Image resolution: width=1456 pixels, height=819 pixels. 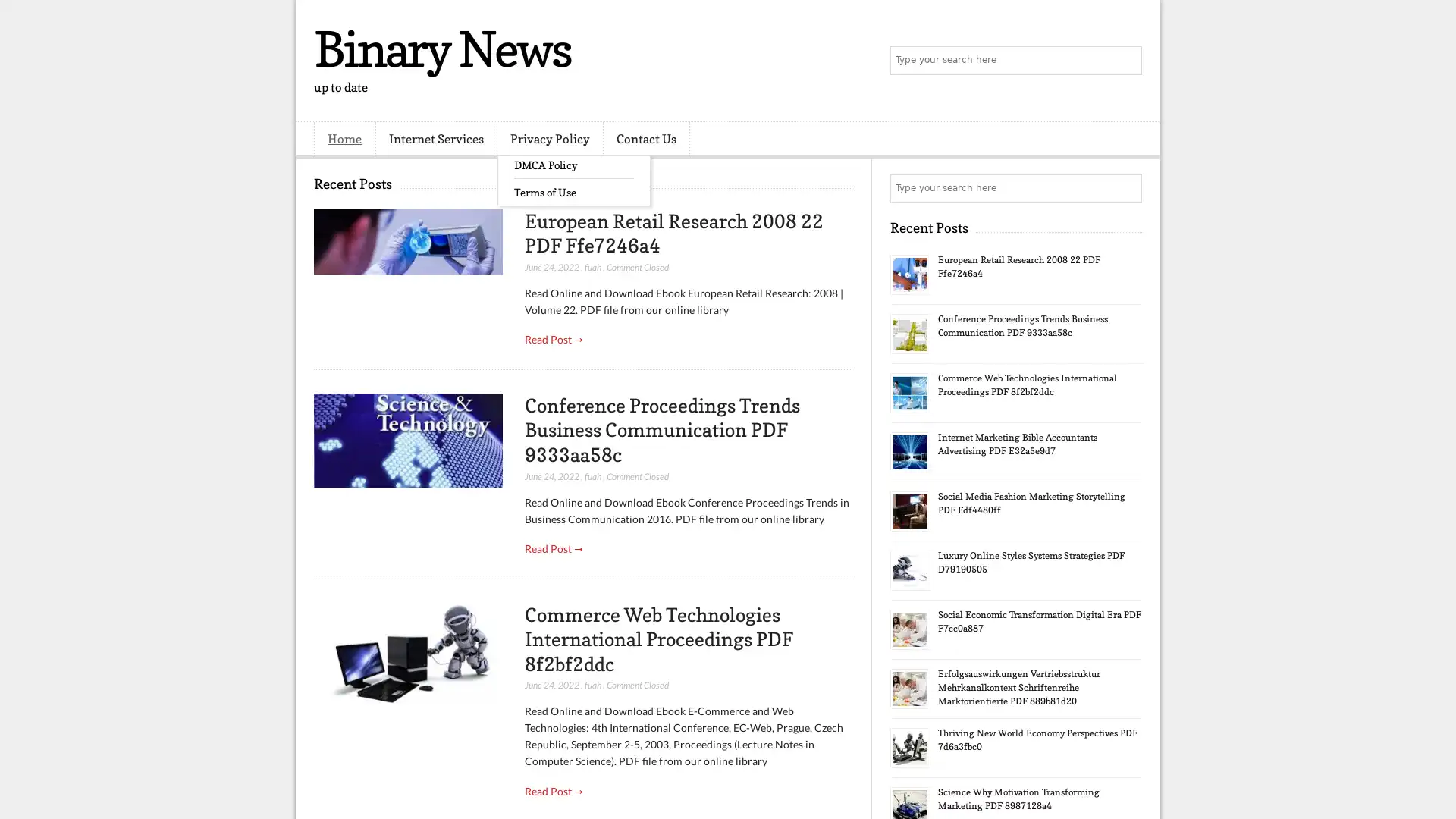 What do you see at coordinates (1126, 61) in the screenshot?
I see `Search` at bounding box center [1126, 61].